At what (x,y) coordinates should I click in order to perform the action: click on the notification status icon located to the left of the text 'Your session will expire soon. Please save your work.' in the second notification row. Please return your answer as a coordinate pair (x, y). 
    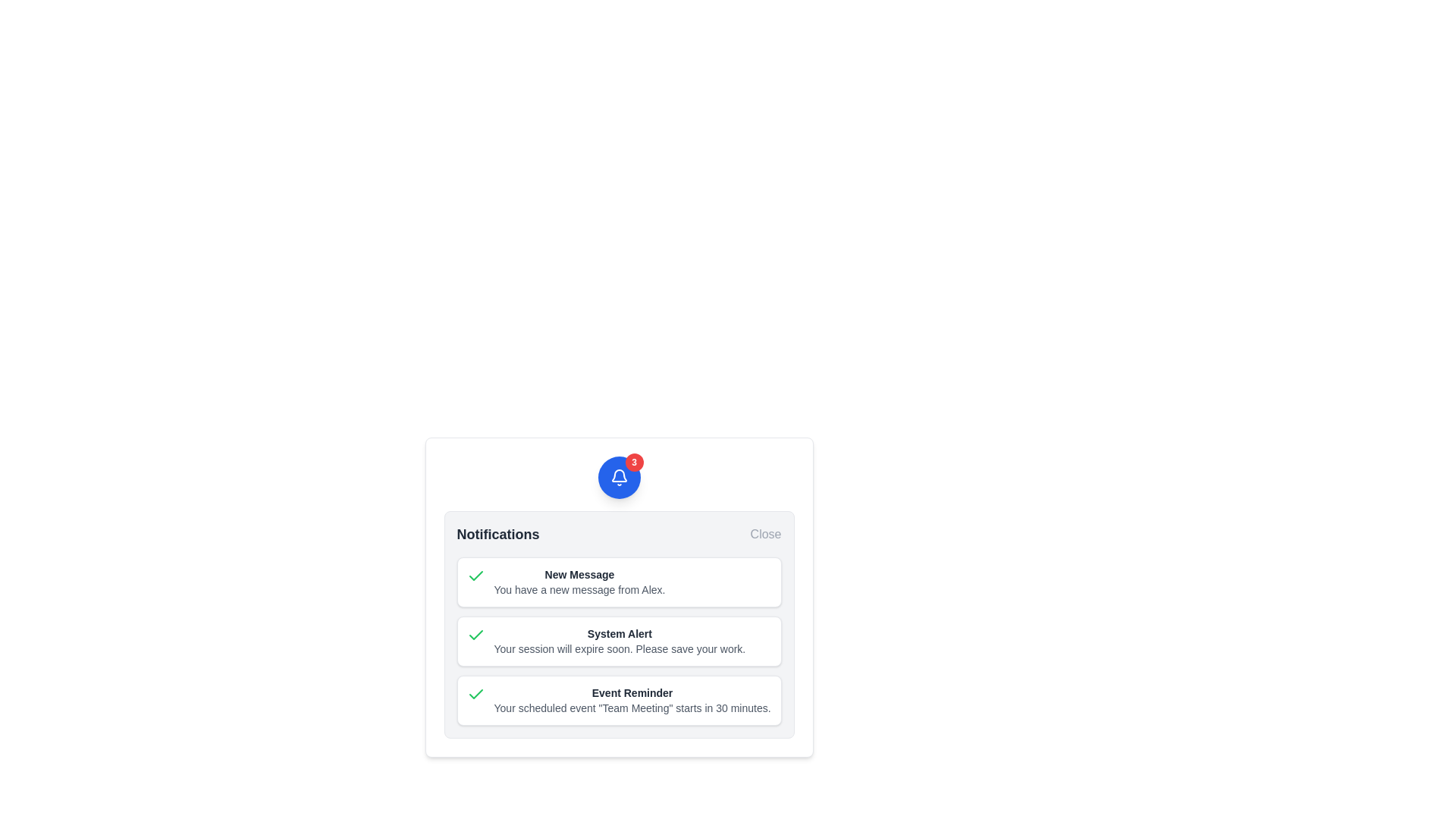
    Looking at the image, I should click on (475, 576).